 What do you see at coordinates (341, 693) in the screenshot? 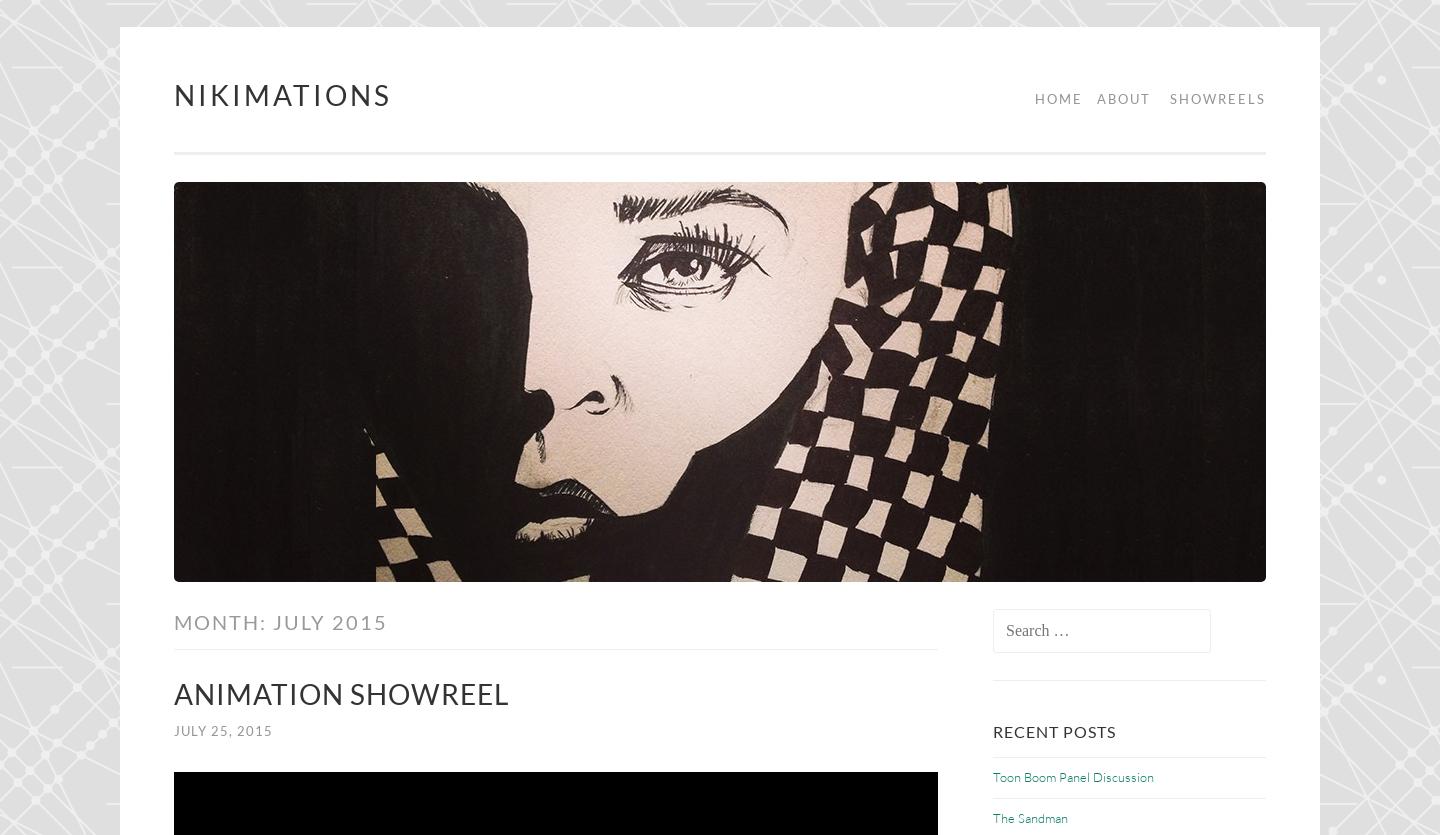
I see `'Animation Showreel'` at bounding box center [341, 693].